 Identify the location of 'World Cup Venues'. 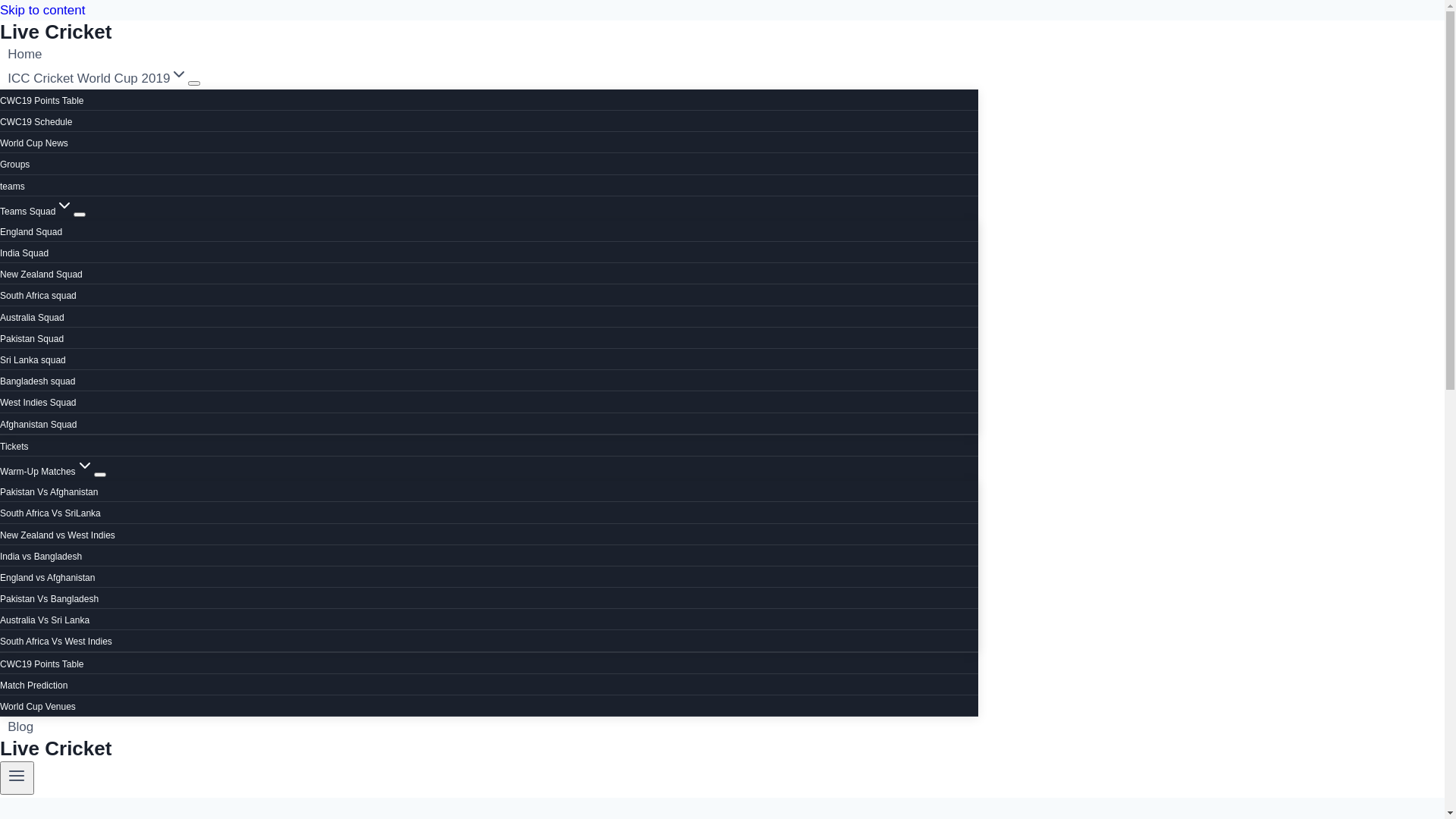
(37, 707).